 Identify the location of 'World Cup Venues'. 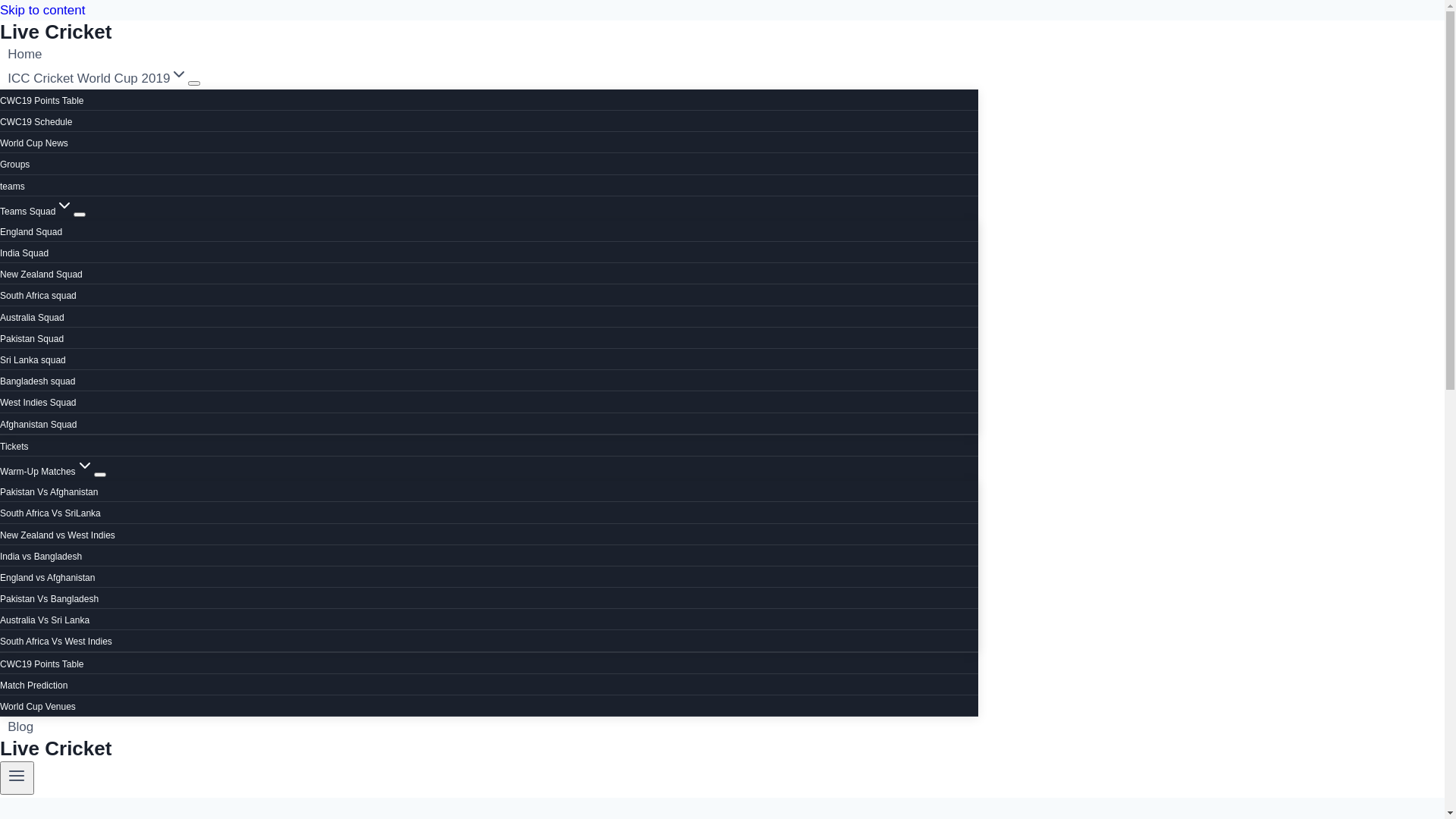
(37, 707).